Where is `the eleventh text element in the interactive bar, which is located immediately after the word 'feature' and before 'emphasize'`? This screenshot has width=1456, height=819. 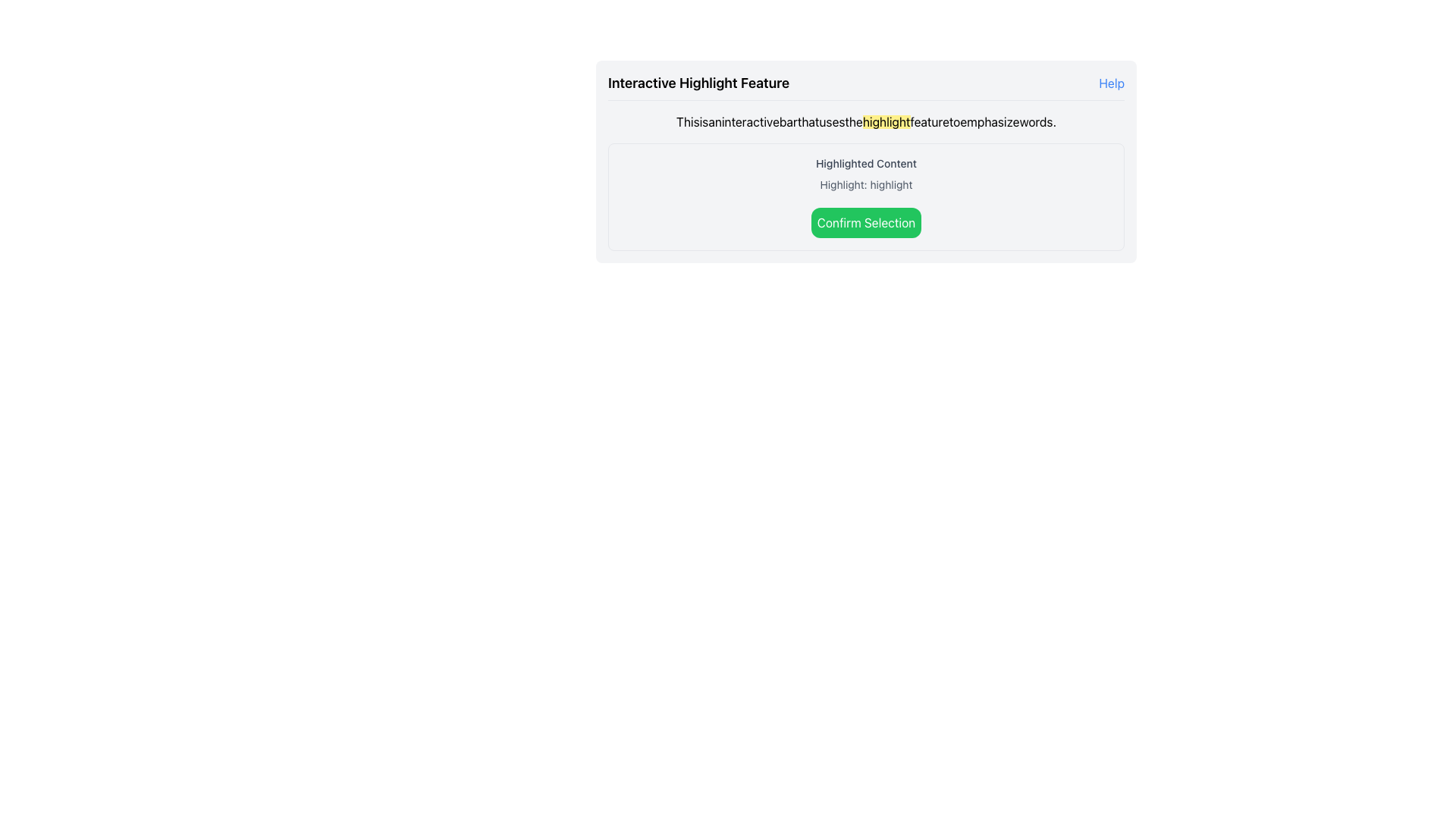 the eleventh text element in the interactive bar, which is located immediately after the word 'feature' and before 'emphasize' is located at coordinates (954, 121).